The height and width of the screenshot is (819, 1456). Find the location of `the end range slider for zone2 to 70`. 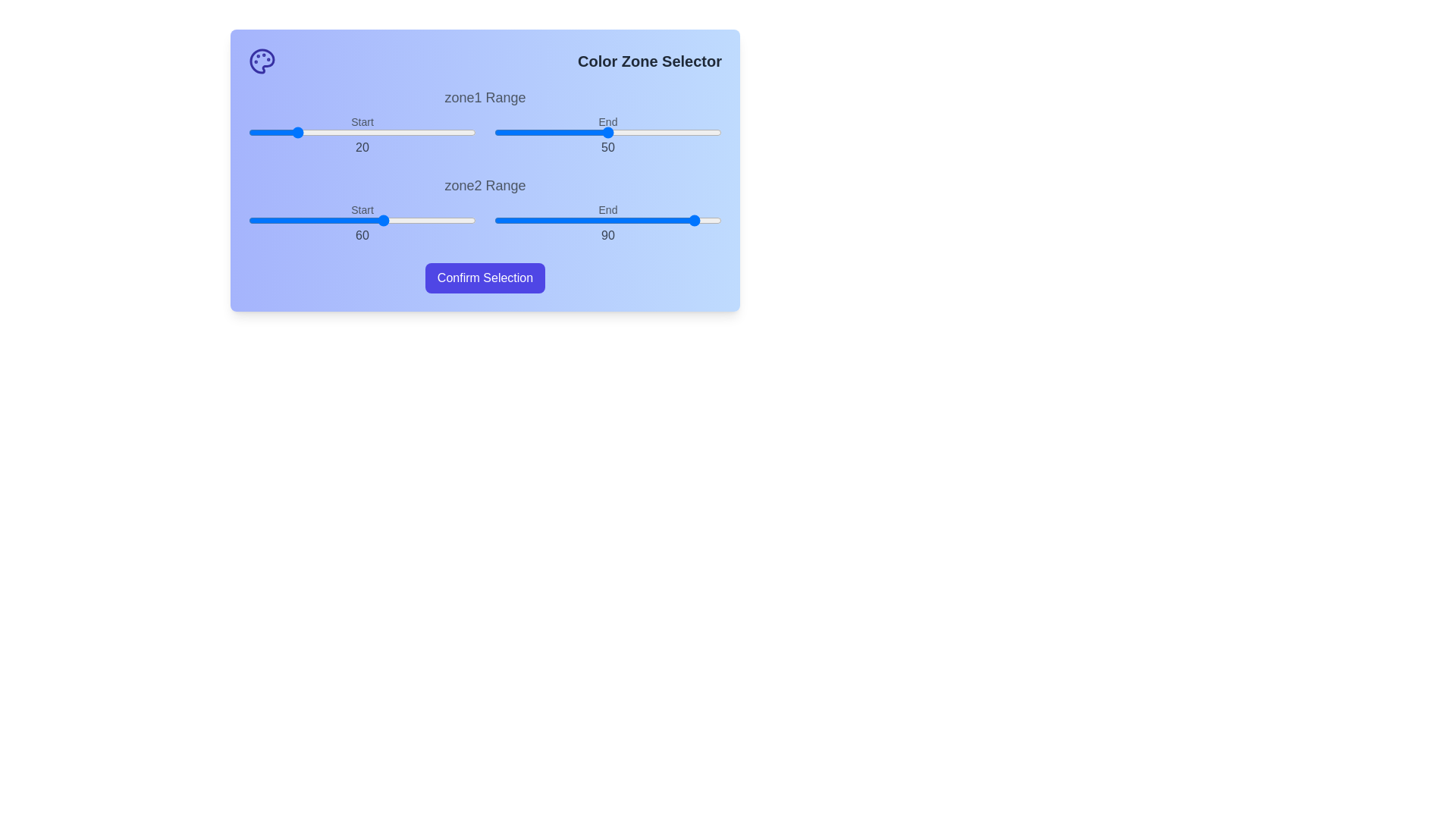

the end range slider for zone2 to 70 is located at coordinates (654, 220).